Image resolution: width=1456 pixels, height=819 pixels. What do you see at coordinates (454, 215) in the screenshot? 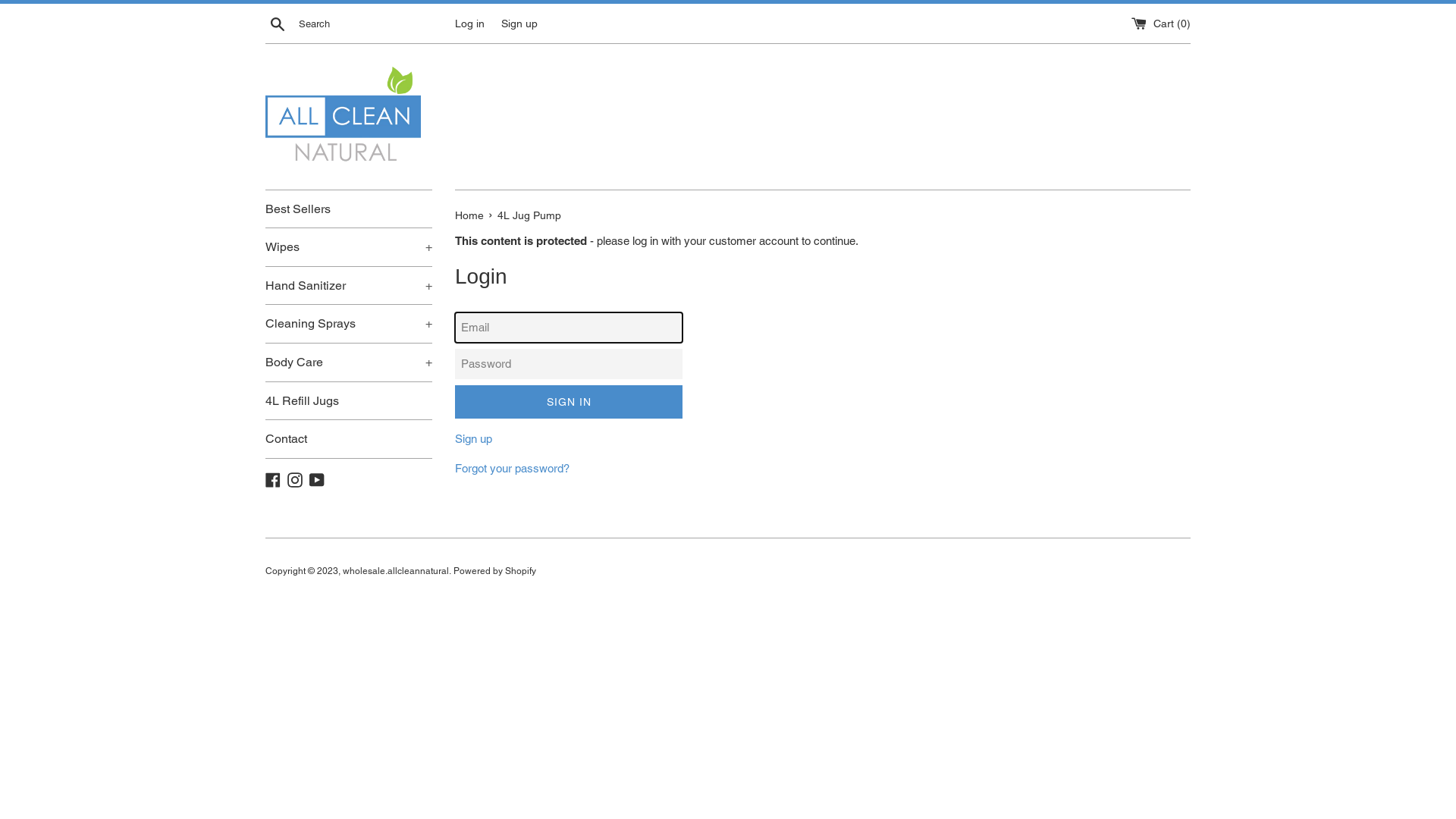
I see `'Home'` at bounding box center [454, 215].